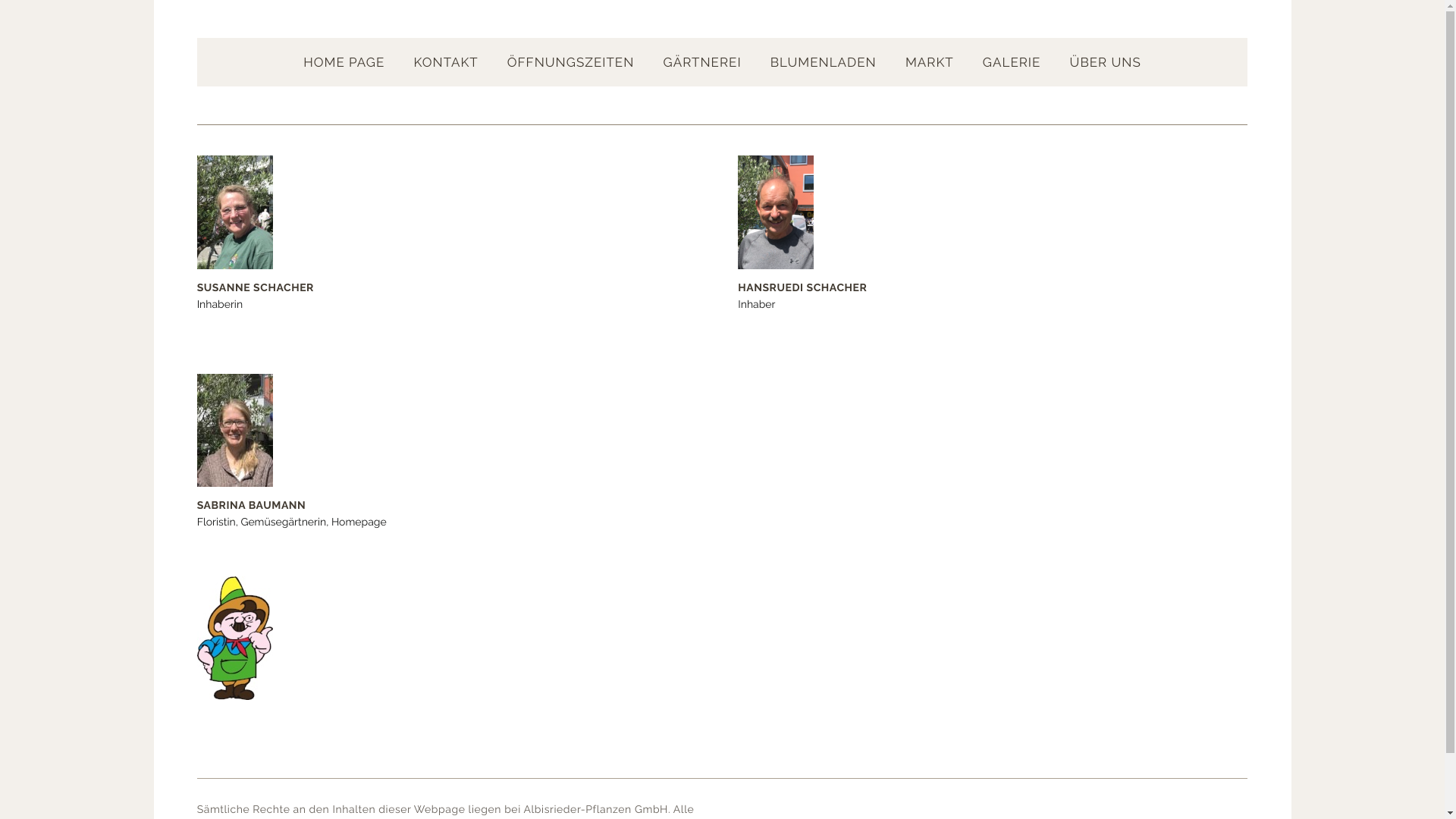 The height and width of the screenshot is (819, 1456). Describe the element at coordinates (775, 212) in the screenshot. I see `'Hansruedi Schacher'` at that location.